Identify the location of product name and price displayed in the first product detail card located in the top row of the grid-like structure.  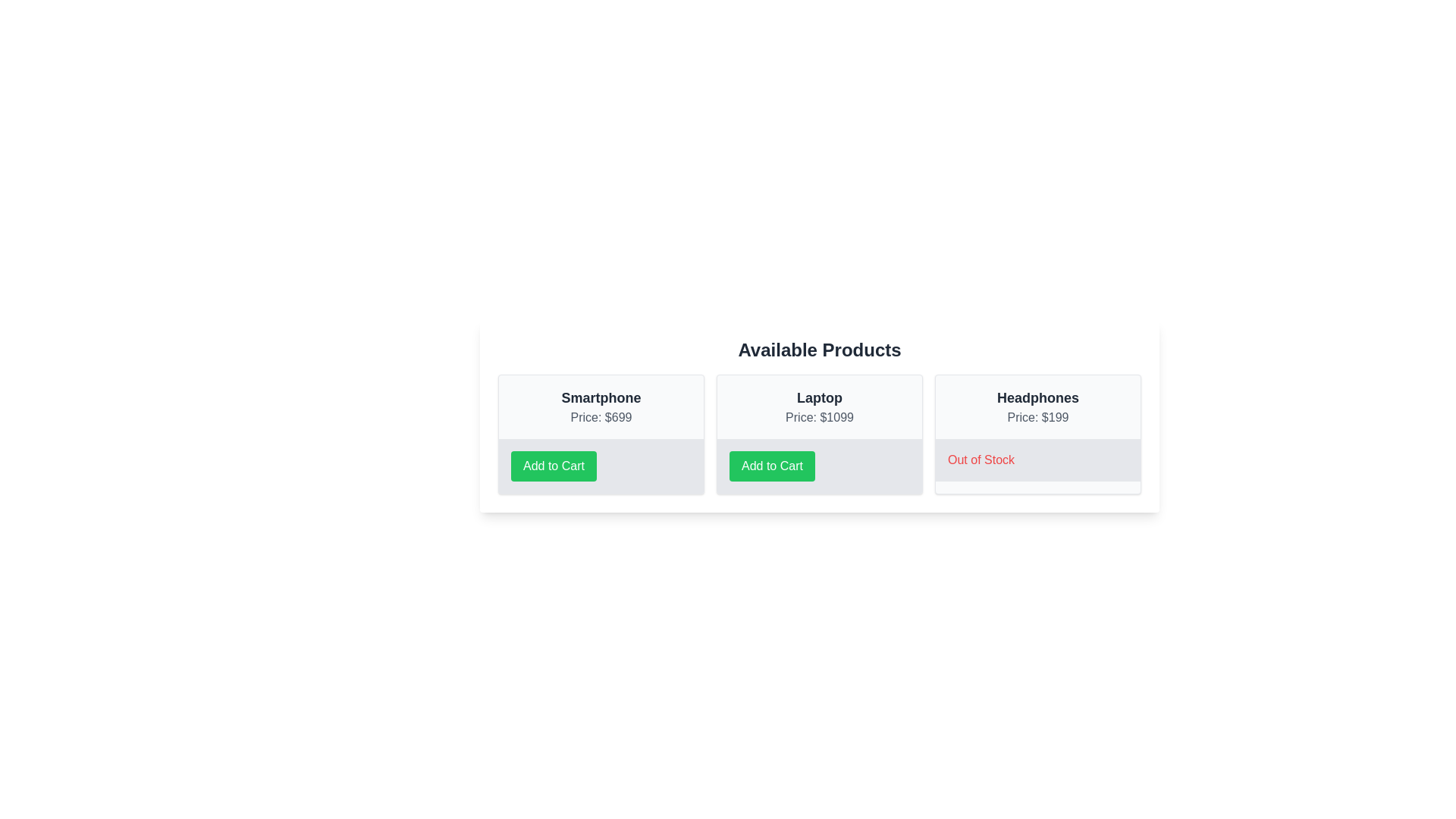
(600, 406).